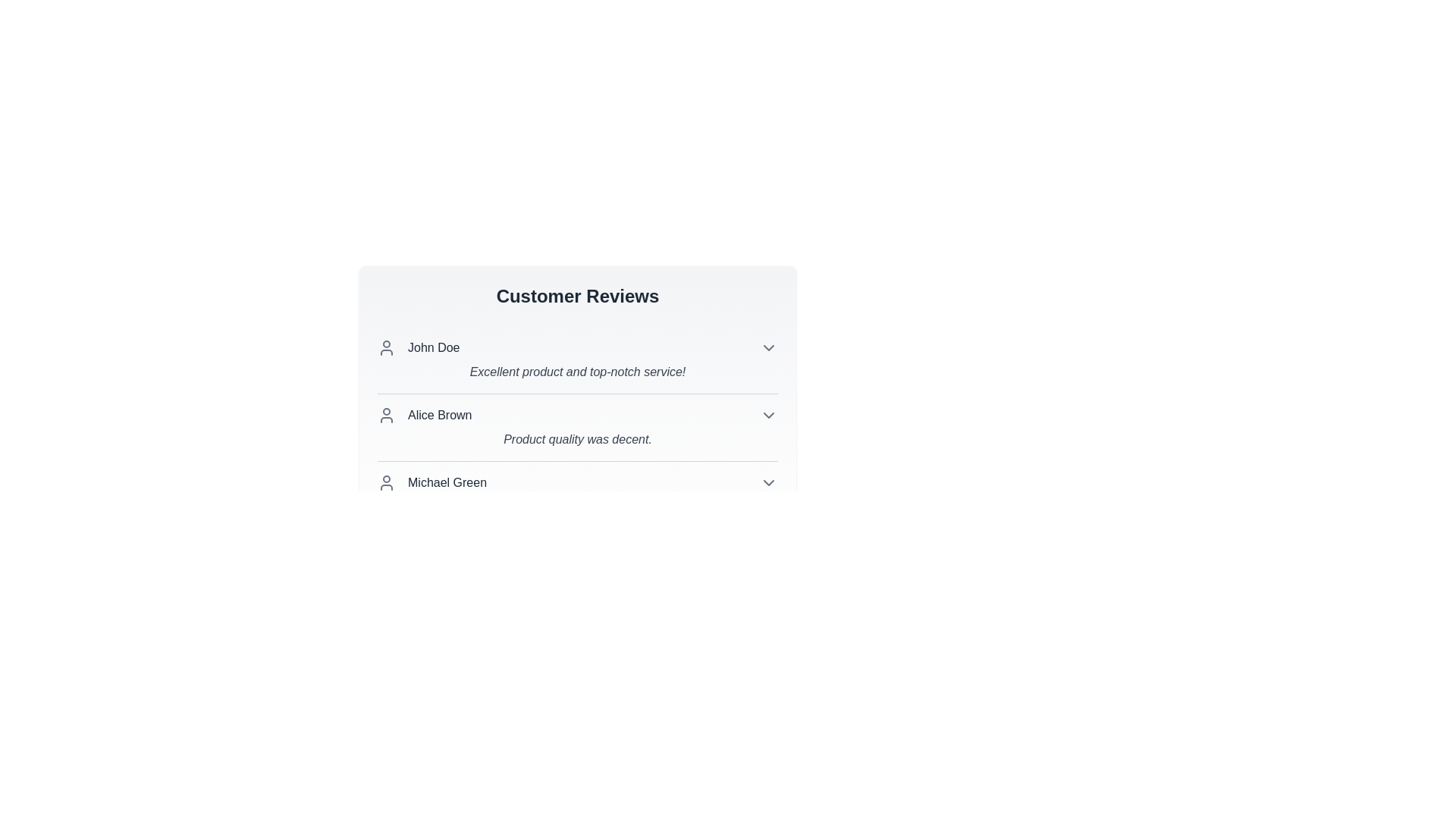 This screenshot has height=819, width=1456. I want to click on the user icon for John Doe to reveal additional actions, so click(386, 348).